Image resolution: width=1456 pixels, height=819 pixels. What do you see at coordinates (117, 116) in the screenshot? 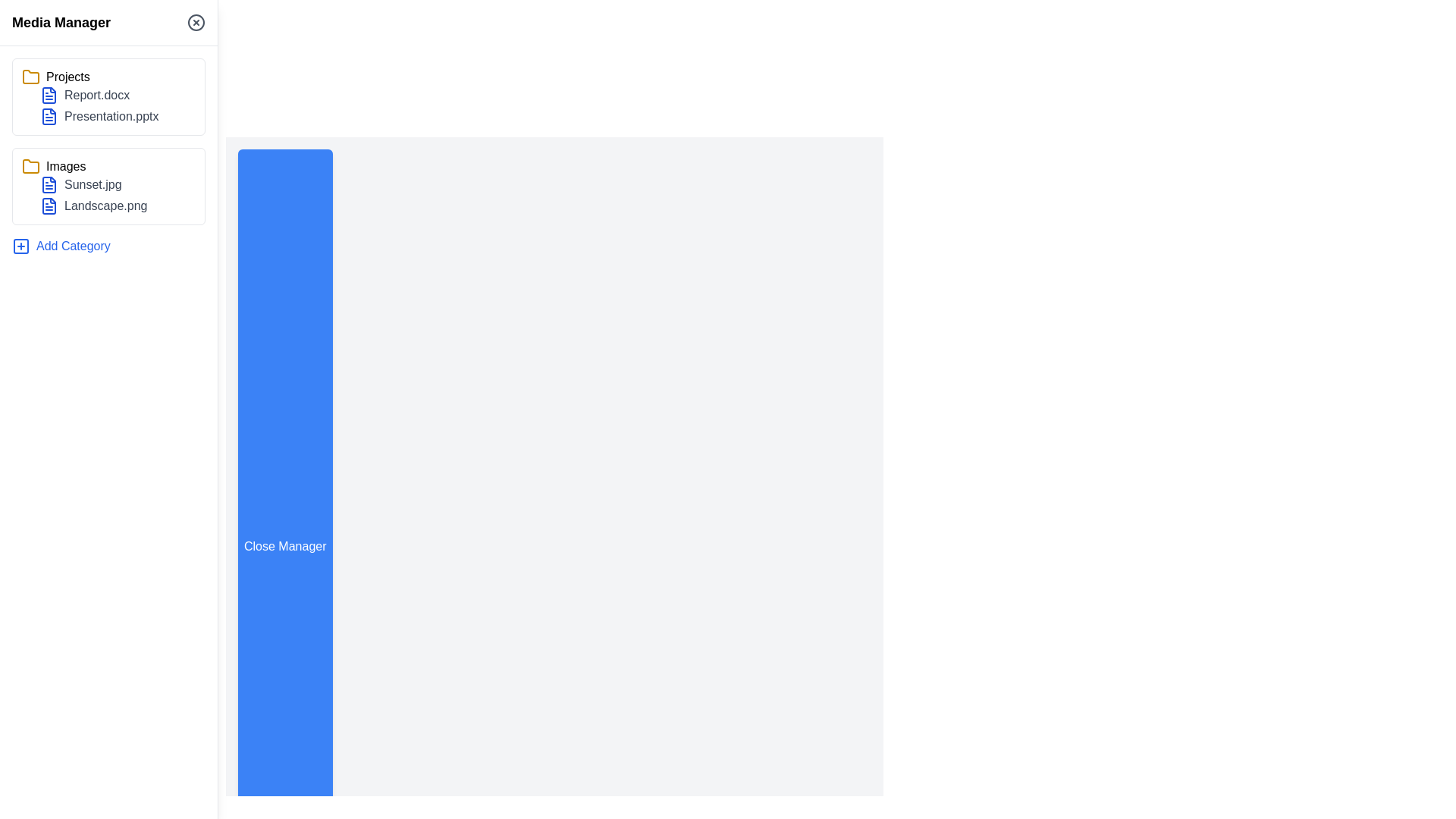
I see `to select the file entry labeled 'Presentation.pptx' which is represented by a blue folder icon and located under the 'Projects' category in the file manager` at bounding box center [117, 116].